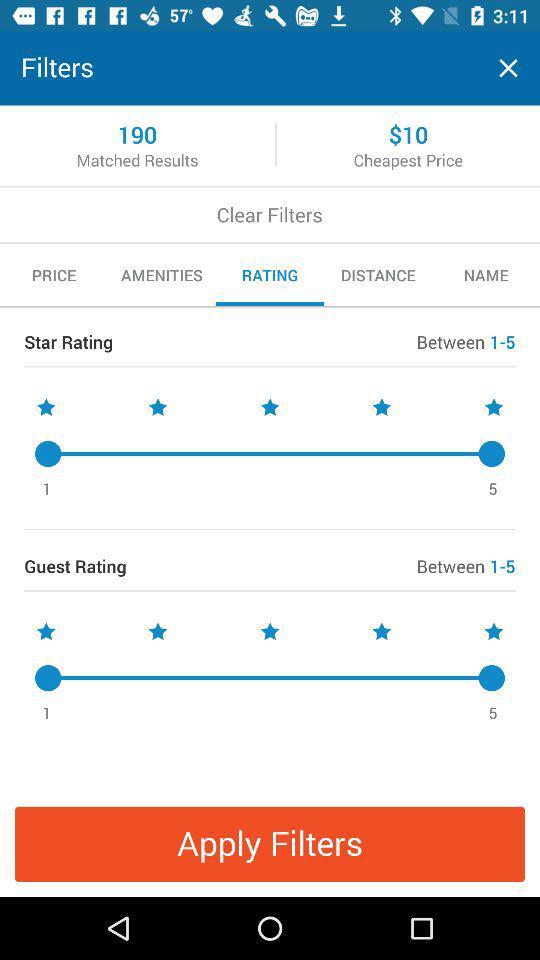 The image size is (540, 960). I want to click on the item next to rating item, so click(161, 274).